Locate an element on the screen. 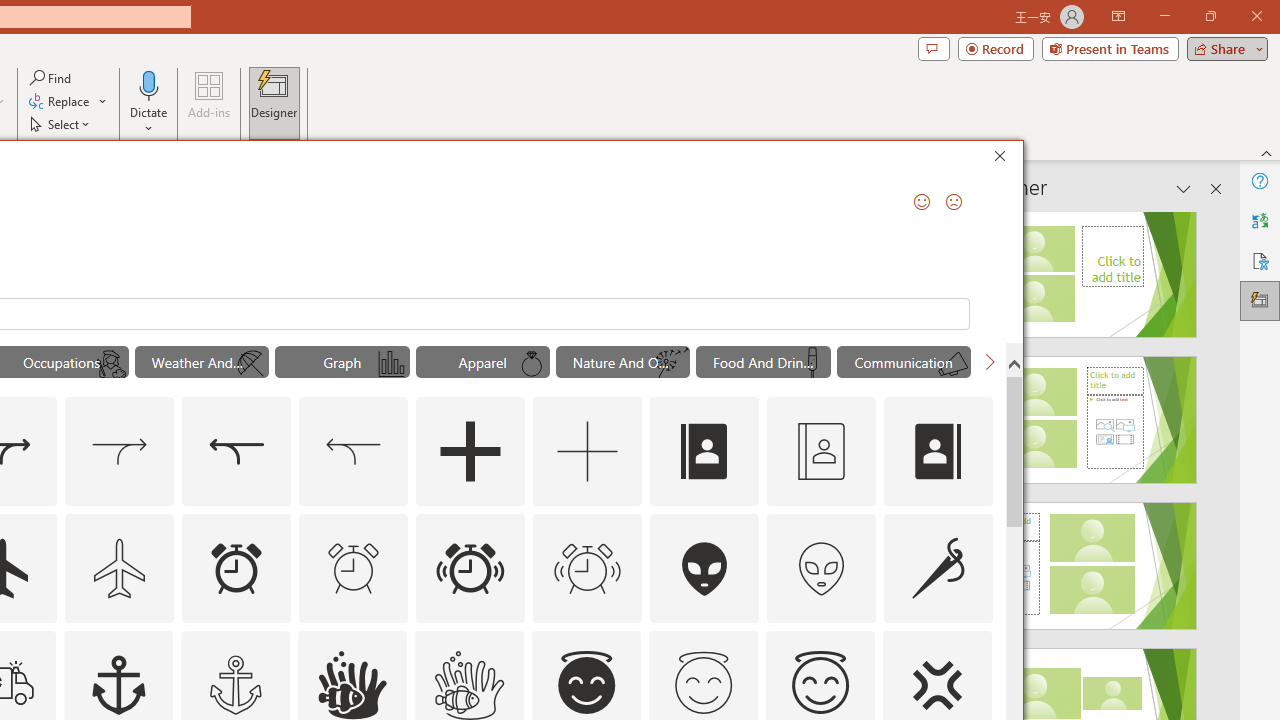 This screenshot has width=1280, height=720. '"Weather And Seasons" Icons.' is located at coordinates (201, 362).